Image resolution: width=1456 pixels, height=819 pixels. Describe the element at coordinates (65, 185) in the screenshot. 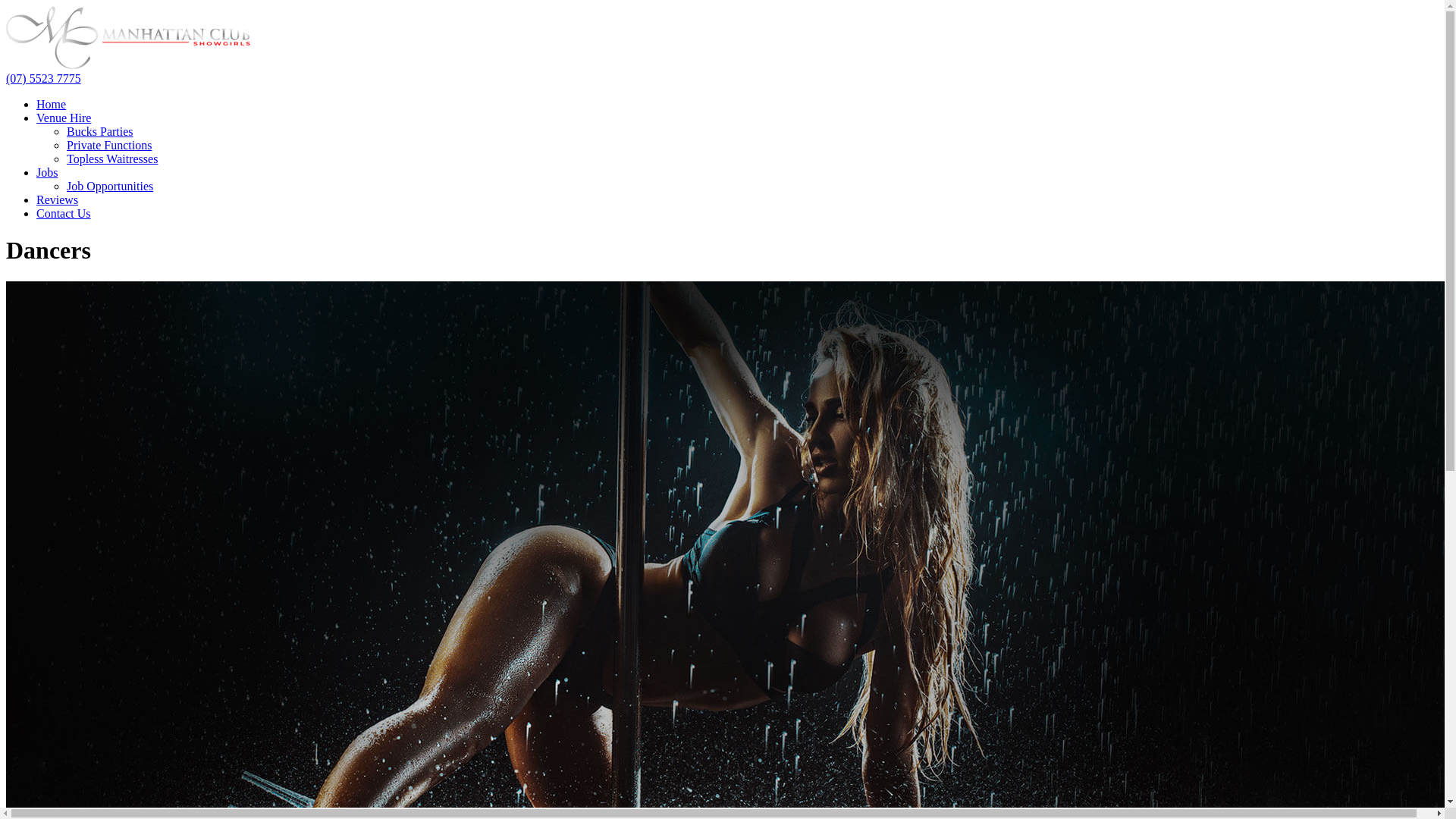

I see `'Job Opportunities'` at that location.